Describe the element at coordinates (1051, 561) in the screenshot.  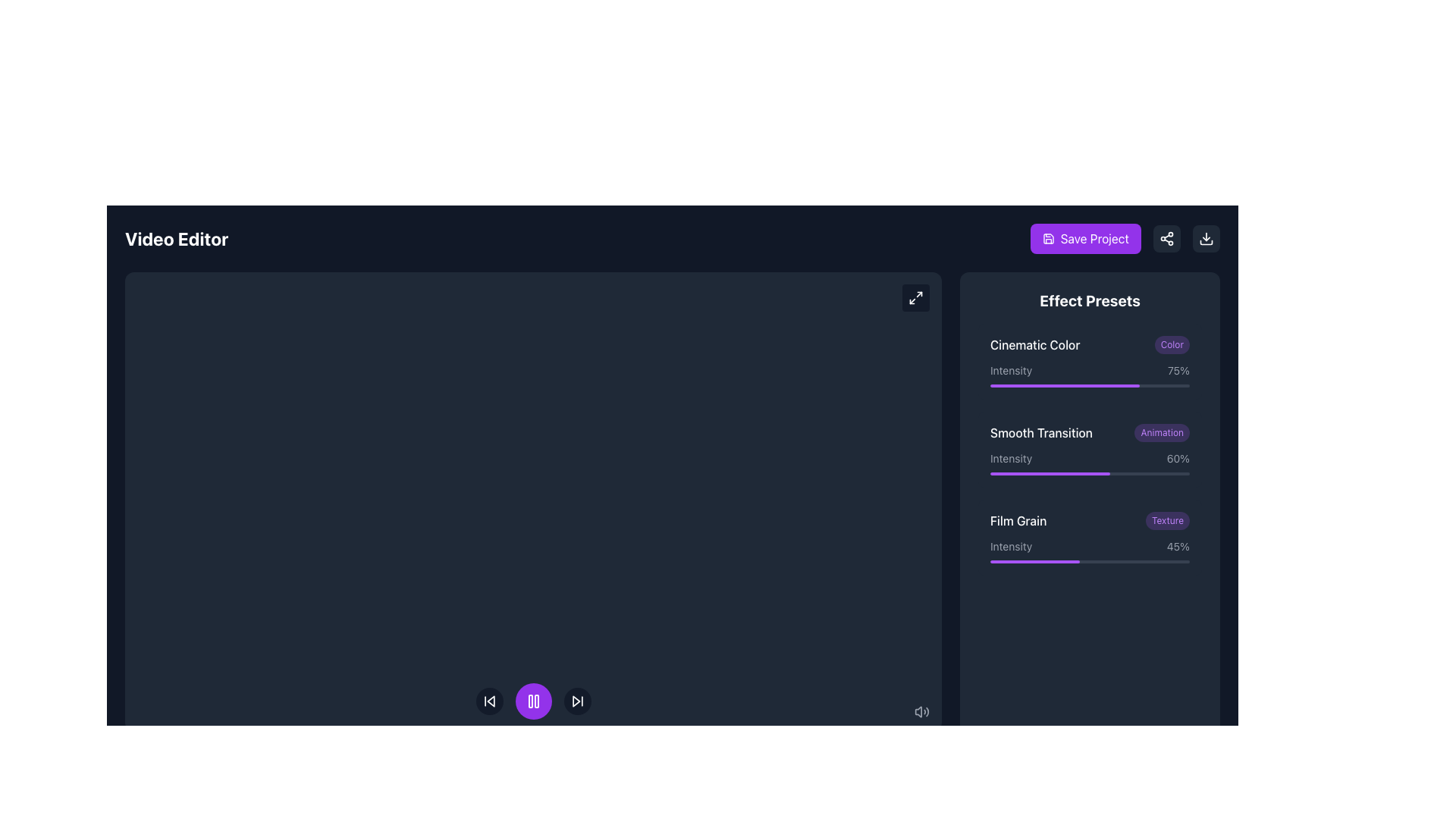
I see `the intensity slider` at that location.